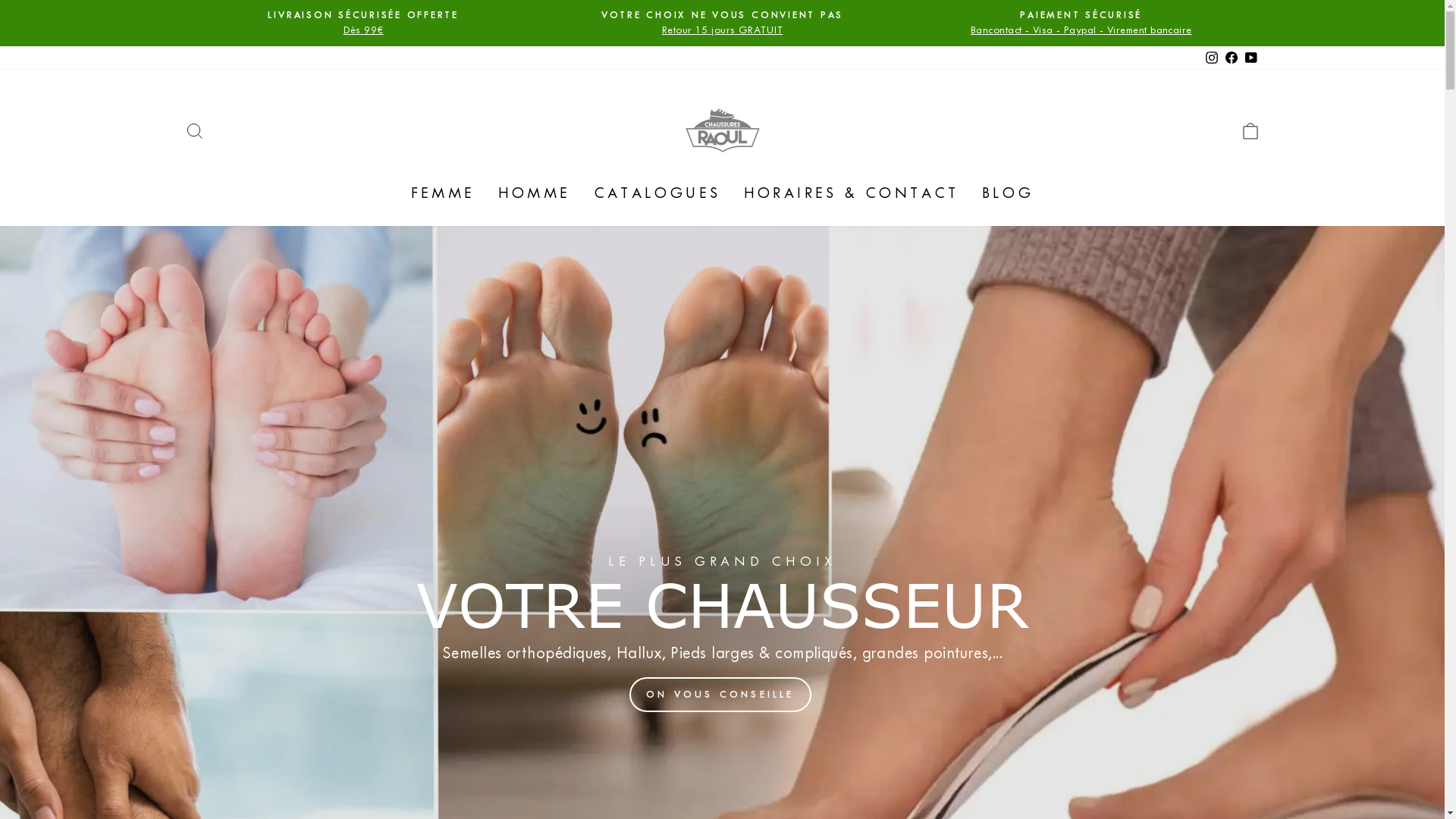 Image resolution: width=1456 pixels, height=819 pixels. I want to click on 'HORAIRES & CONTACT', so click(852, 192).